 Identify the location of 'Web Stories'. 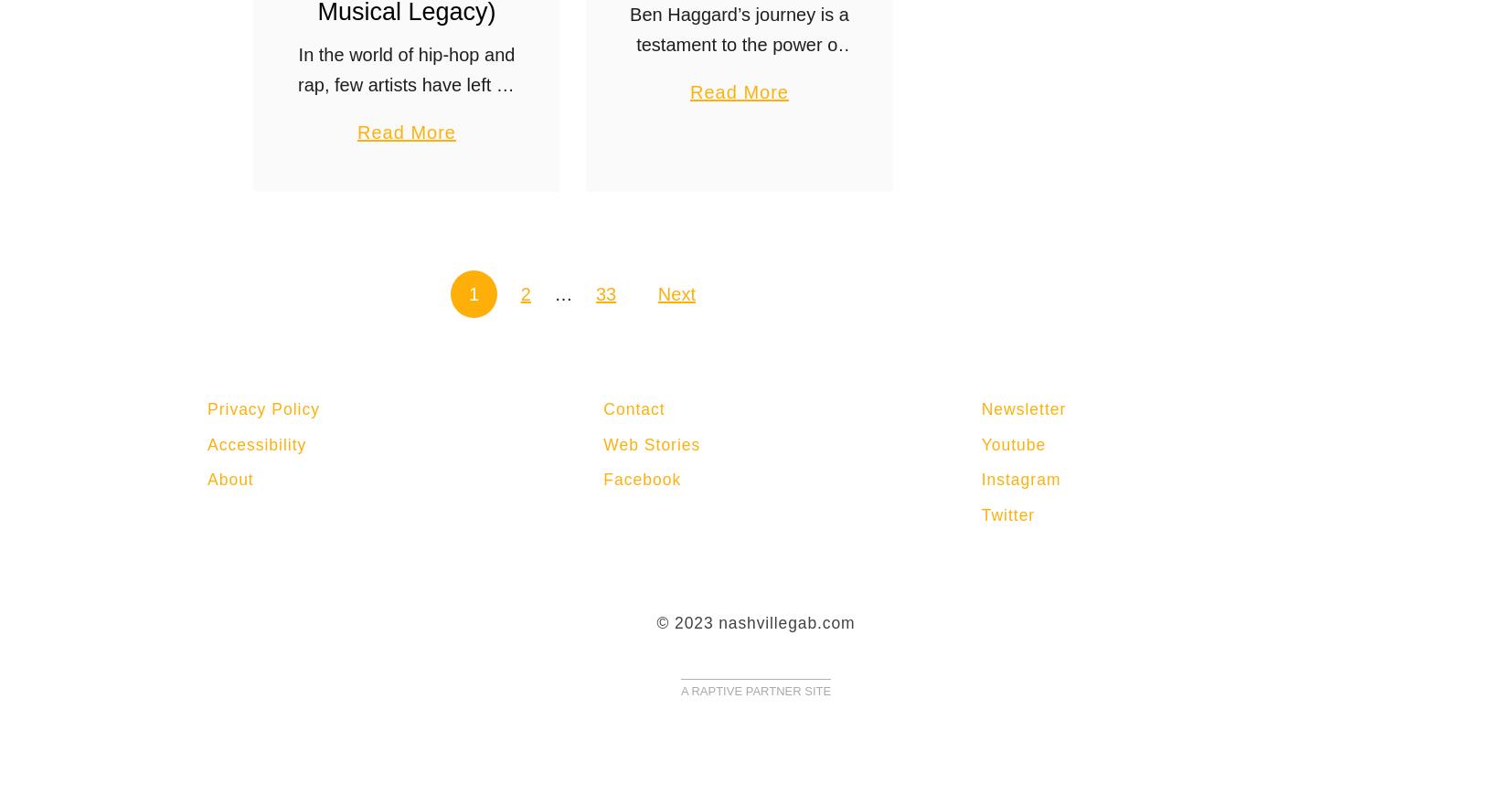
(652, 444).